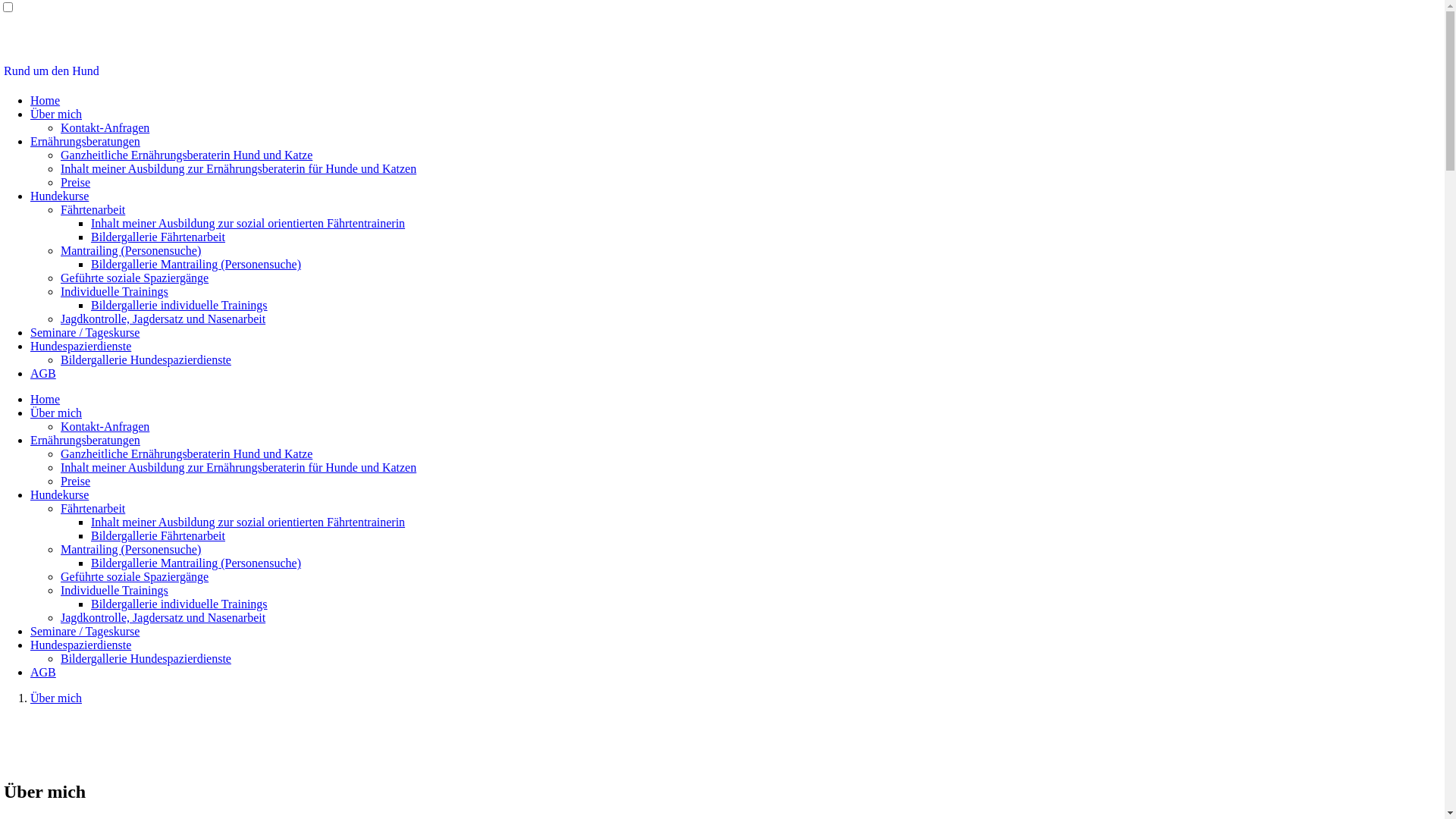 The image size is (1456, 819). I want to click on 'Bildergallerie Hundespazierdienste', so click(146, 359).